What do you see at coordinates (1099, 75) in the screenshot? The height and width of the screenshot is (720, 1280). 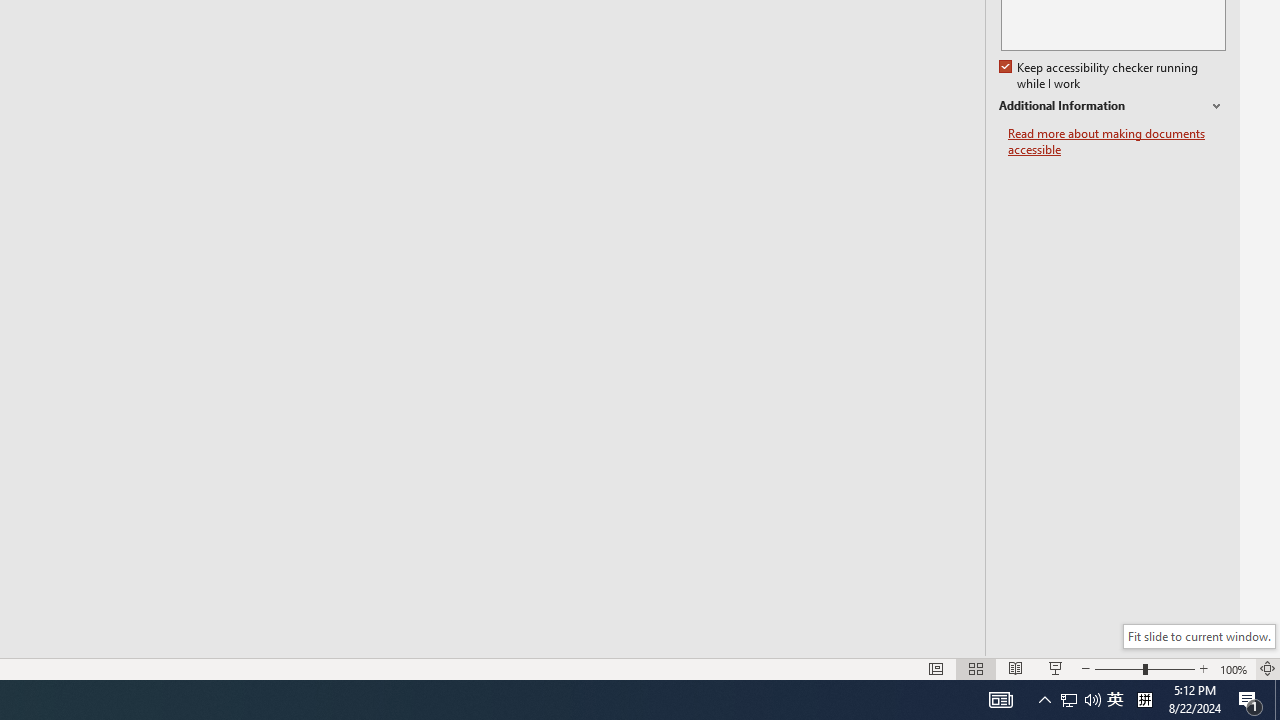 I see `'Keep accessibility checker running while I work'` at bounding box center [1099, 75].